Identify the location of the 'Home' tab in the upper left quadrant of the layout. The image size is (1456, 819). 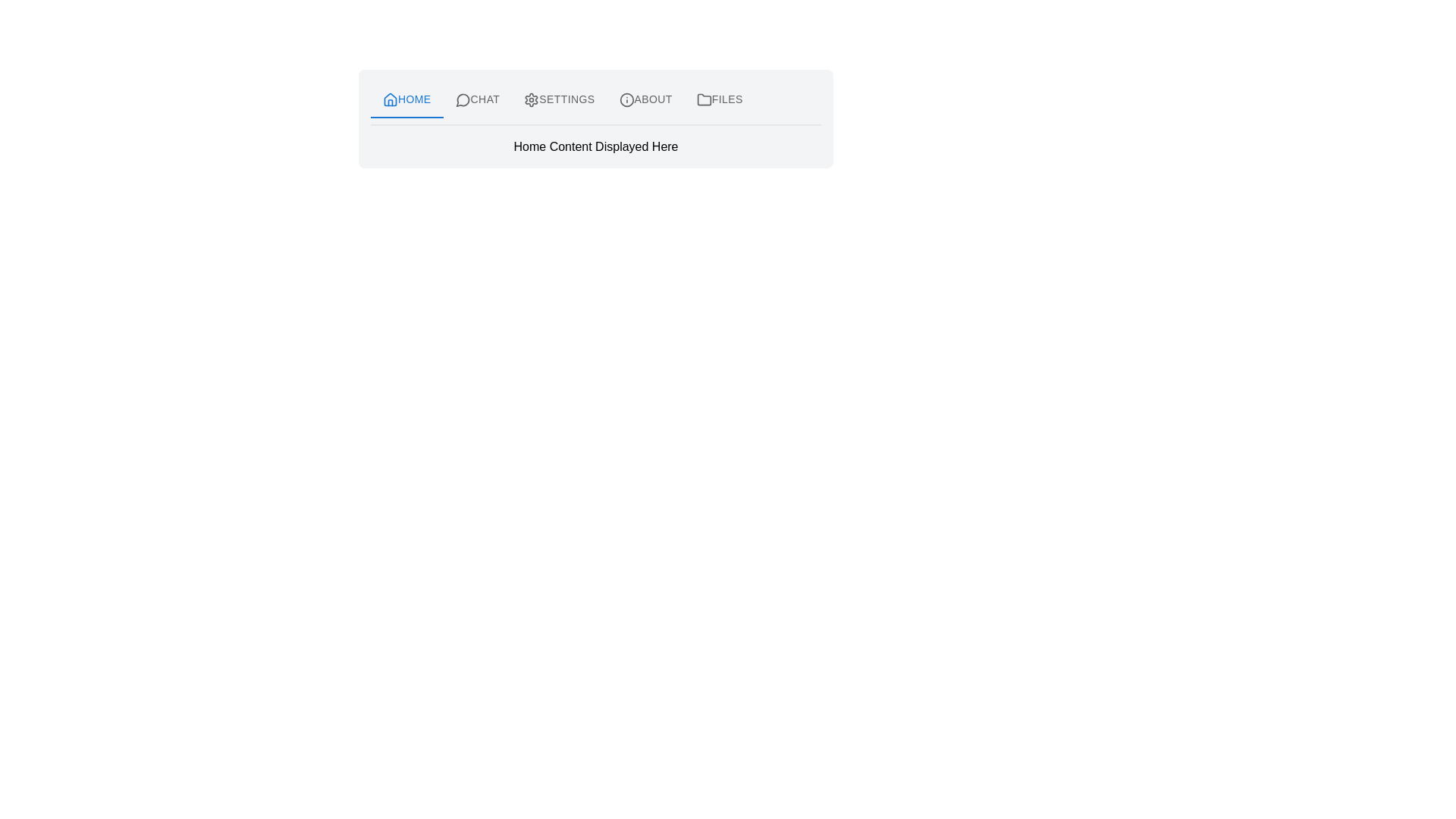
(406, 99).